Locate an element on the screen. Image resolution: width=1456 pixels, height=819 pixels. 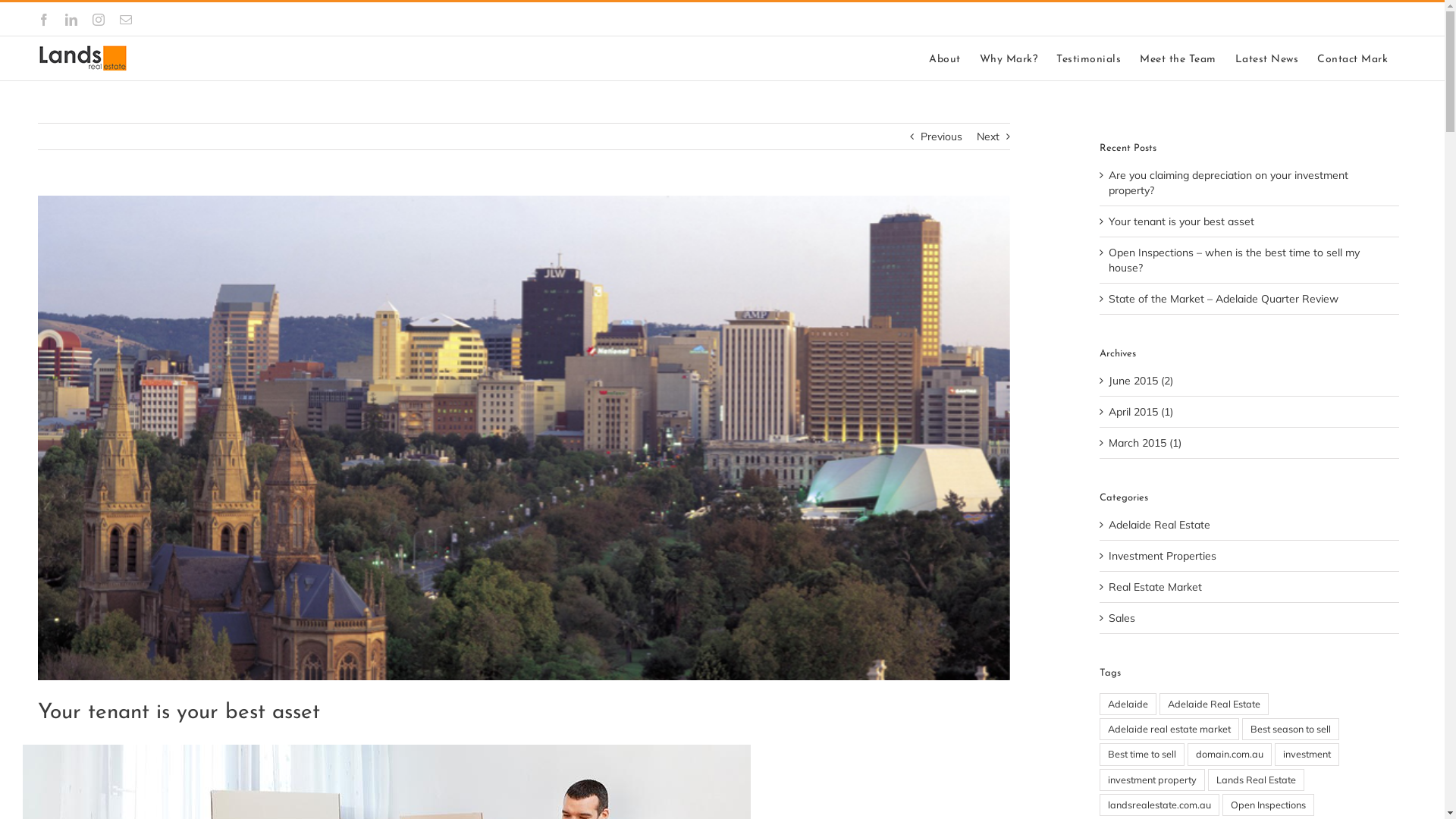
'Testimonials' is located at coordinates (1087, 58).